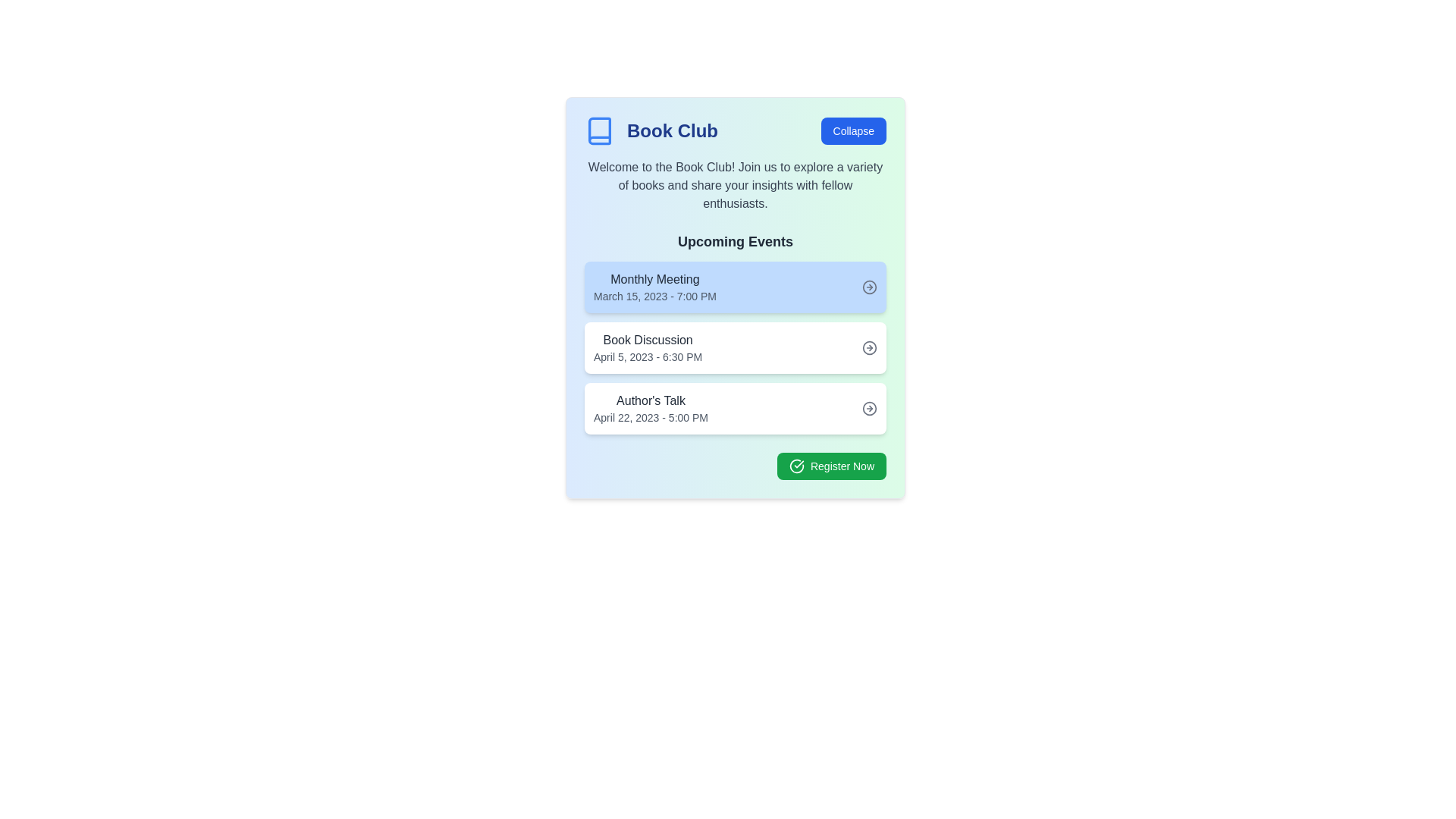  I want to click on the Text Label displaying 'April 22, 2023 - 5:00 PM', which is located below 'Author's Talk' in the third event card of the 'Upcoming Events' section, so click(651, 418).